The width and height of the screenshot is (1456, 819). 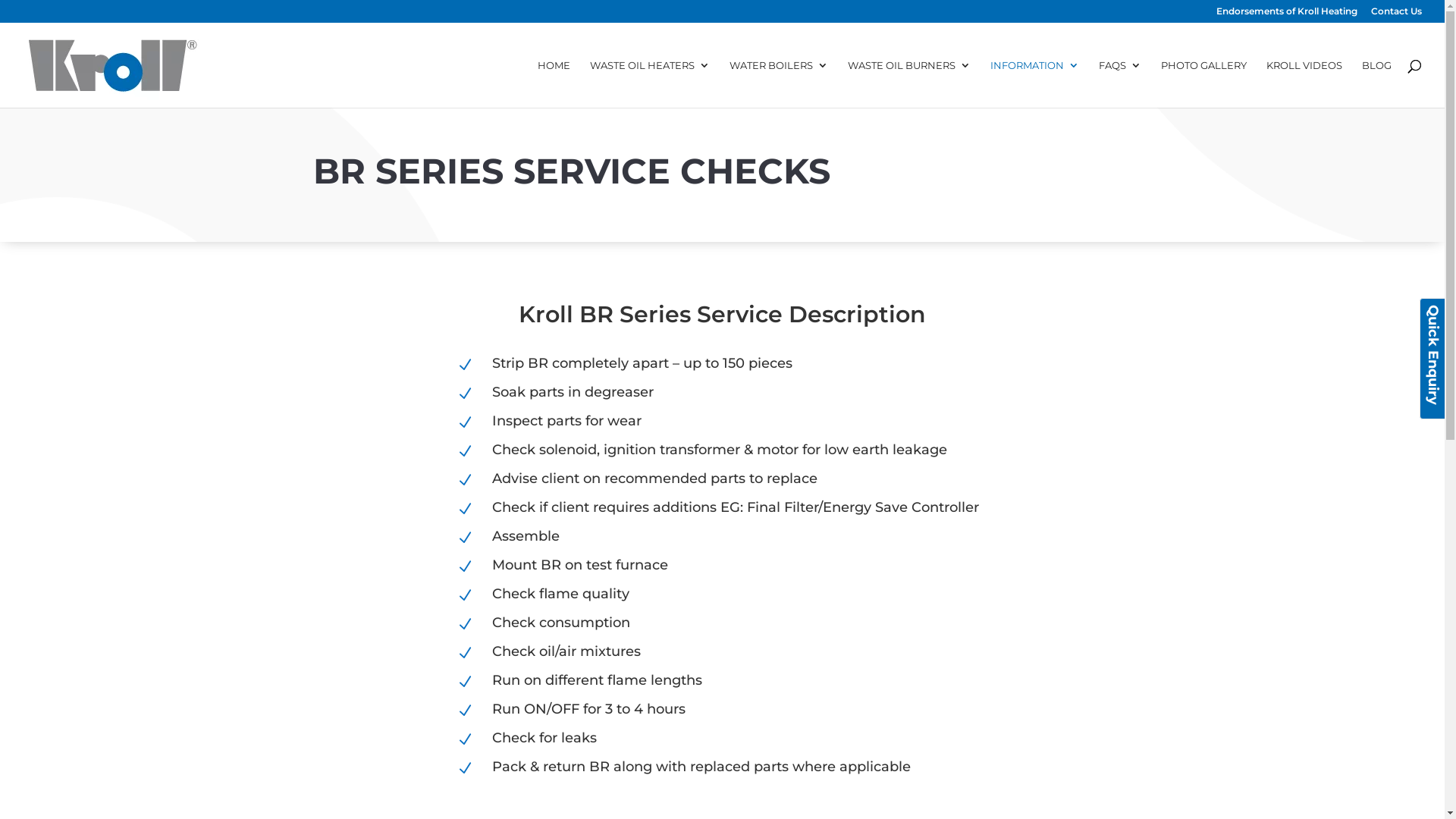 I want to click on 'Contact Us', so click(x=1371, y=14).